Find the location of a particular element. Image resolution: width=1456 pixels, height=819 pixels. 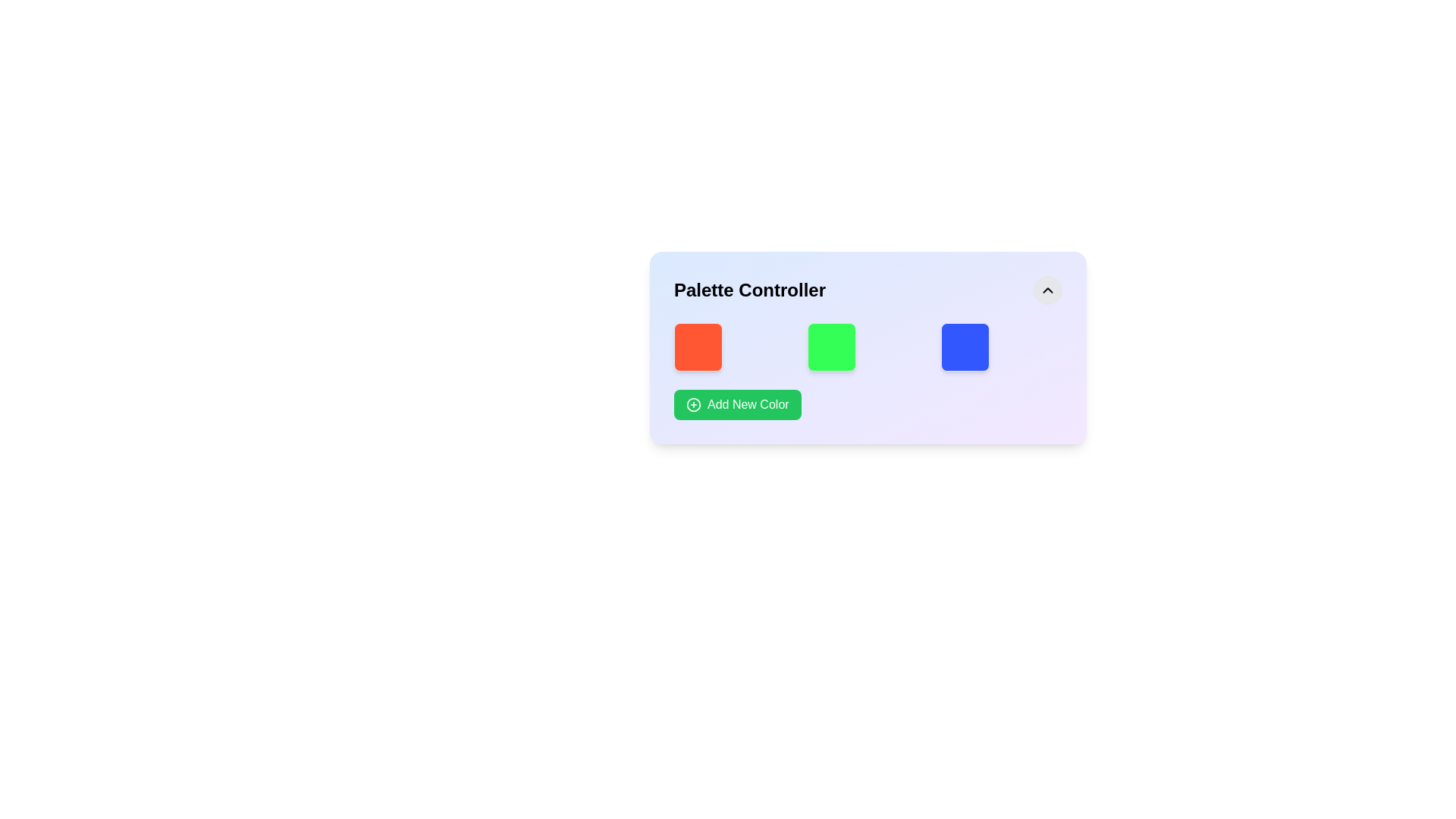

the chevron up icon located in the top-right corner of the card section, which is inside a circular gray background and is used for expanding or collapsing sections is located at coordinates (1047, 290).